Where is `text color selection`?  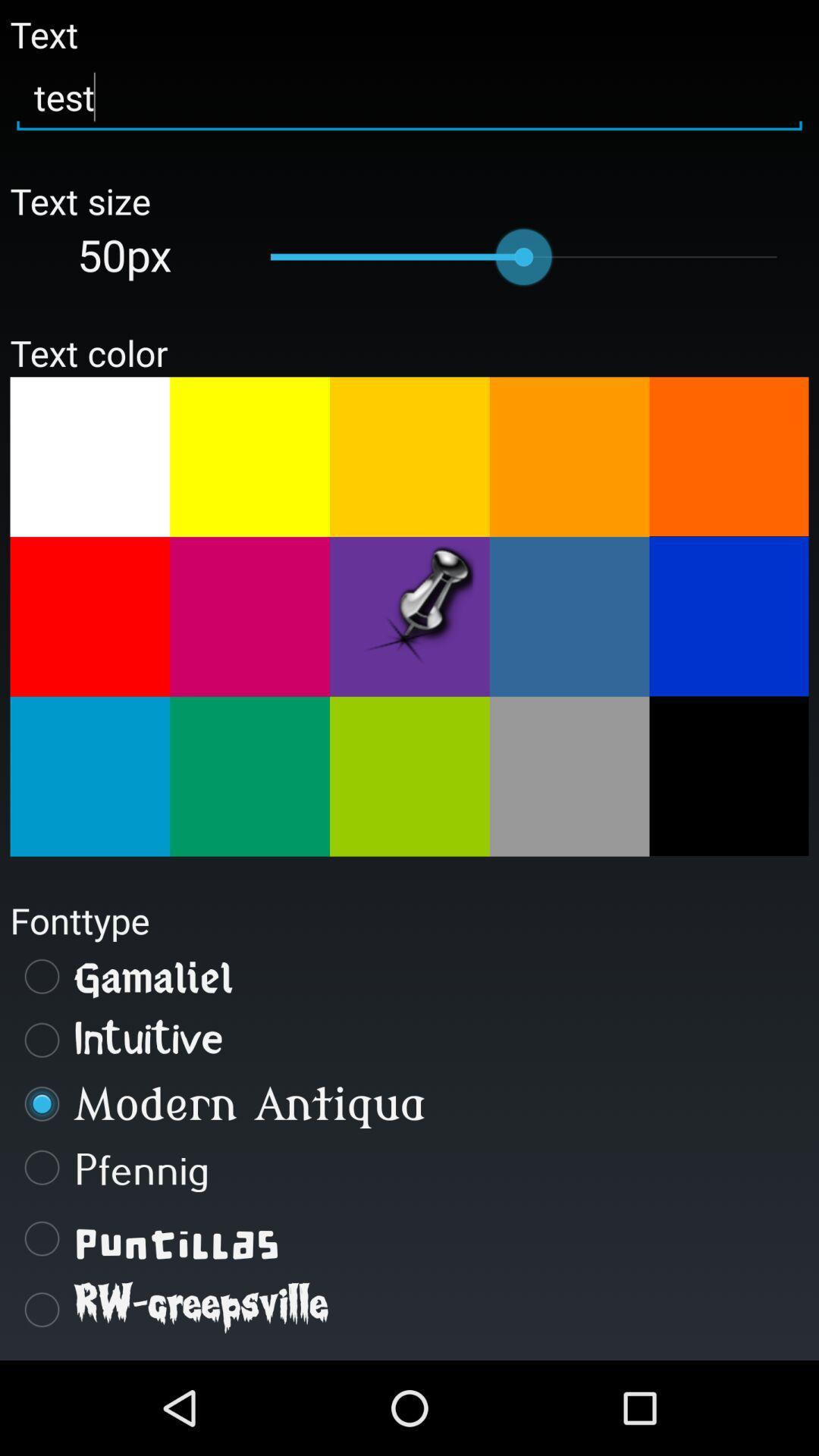
text color selection is located at coordinates (570, 617).